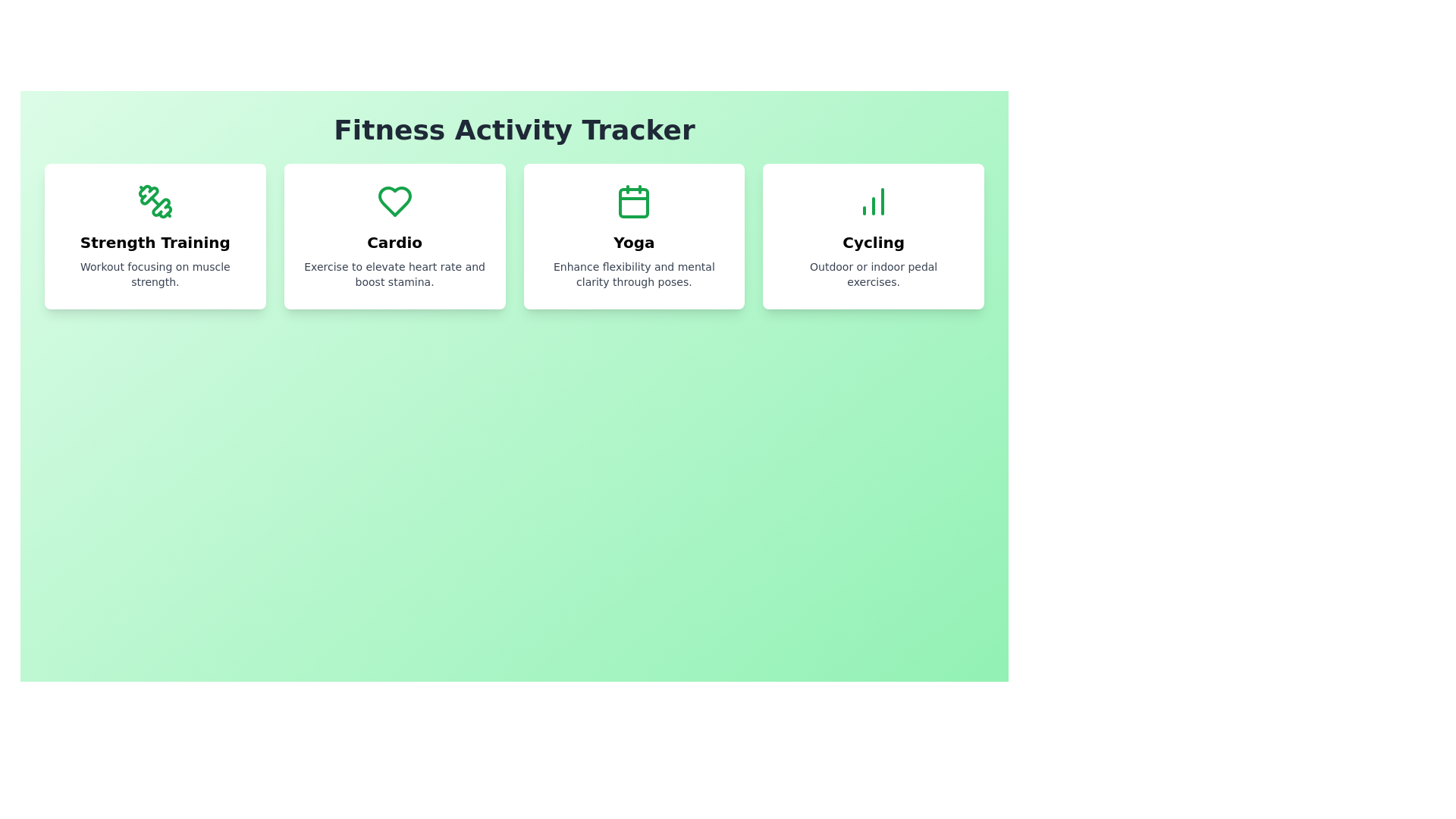 Image resolution: width=1456 pixels, height=819 pixels. I want to click on the clickable card featuring a green dumbbell icon and the text 'Strength Training' located at the top-left corner of the grid layout, so click(155, 237).